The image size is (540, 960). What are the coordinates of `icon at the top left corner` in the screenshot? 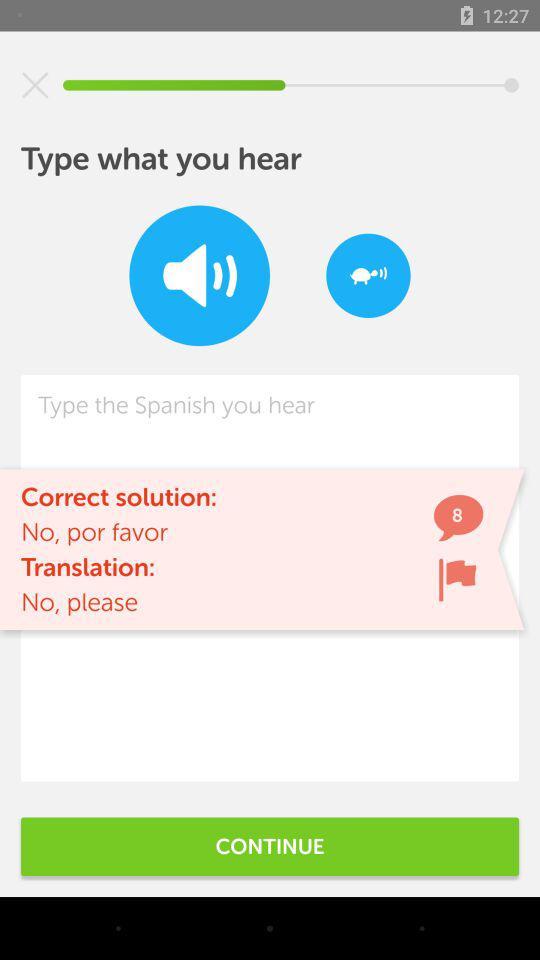 It's located at (35, 85).